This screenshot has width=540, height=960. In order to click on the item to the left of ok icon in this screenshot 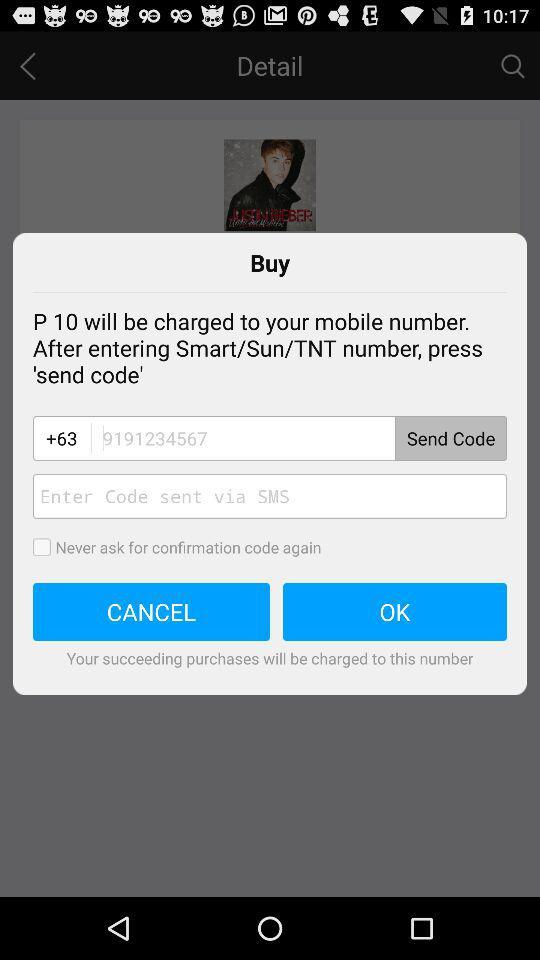, I will do `click(150, 611)`.